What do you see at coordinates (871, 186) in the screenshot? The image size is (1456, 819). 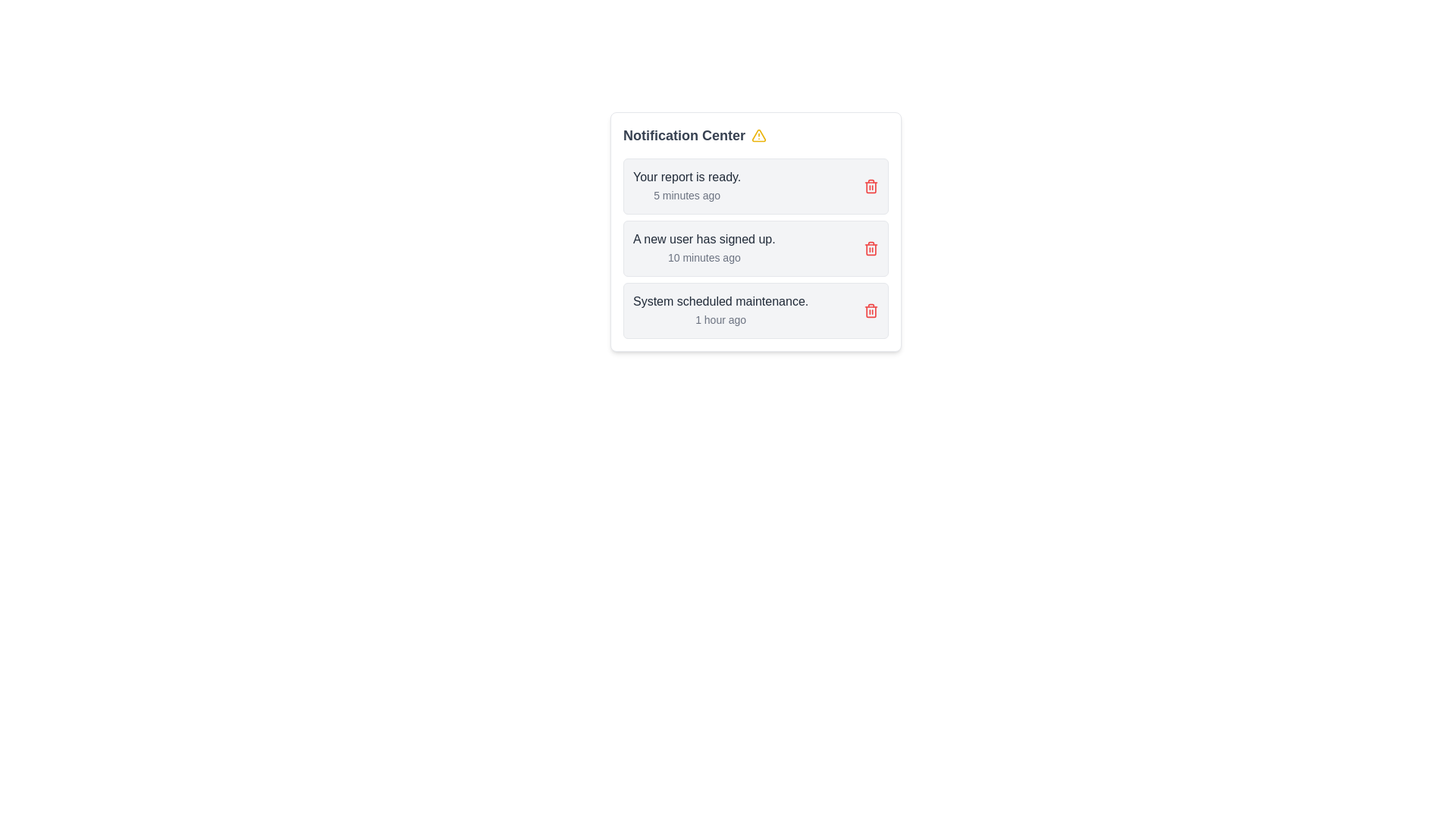 I see `the delete icon button located in the topmost notification entry, aligned to the right edge` at bounding box center [871, 186].